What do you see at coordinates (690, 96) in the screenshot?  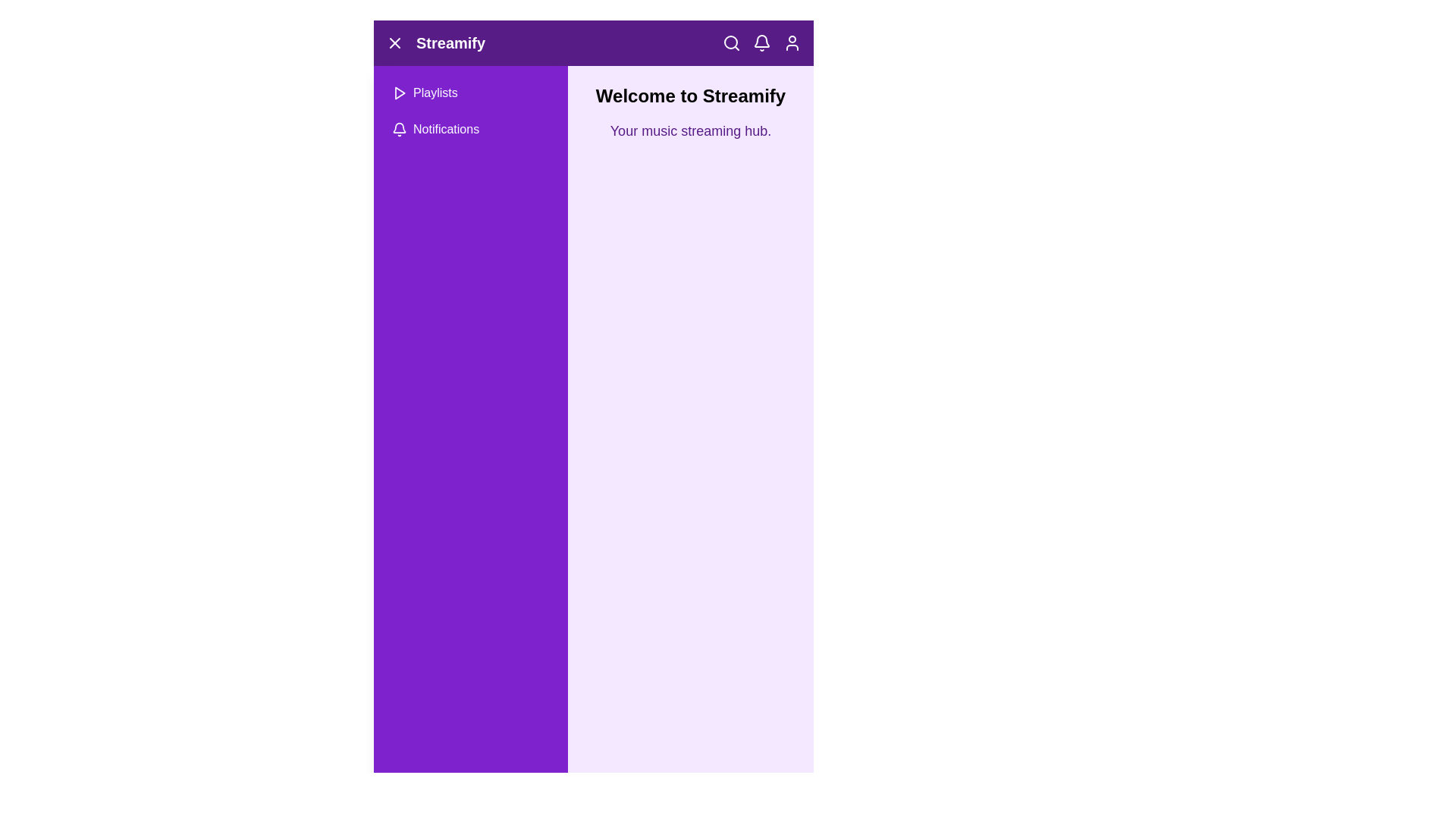 I see `header text displaying 'Welcome to Streamify', which is styled in bold, sans-serif font and positioned at the top right of the layout` at bounding box center [690, 96].